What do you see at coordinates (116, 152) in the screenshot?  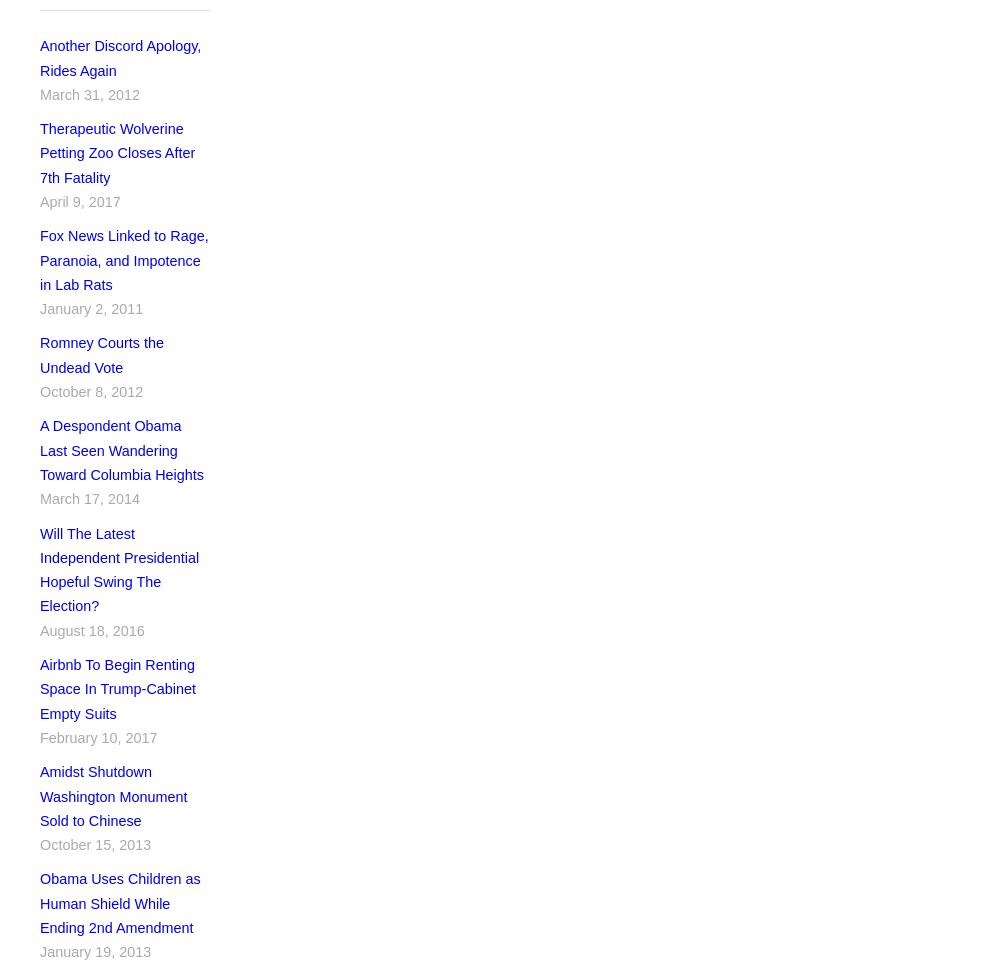 I see `'Therapeutic Wolverine Petting Zoo Closes After 7th Fatality'` at bounding box center [116, 152].